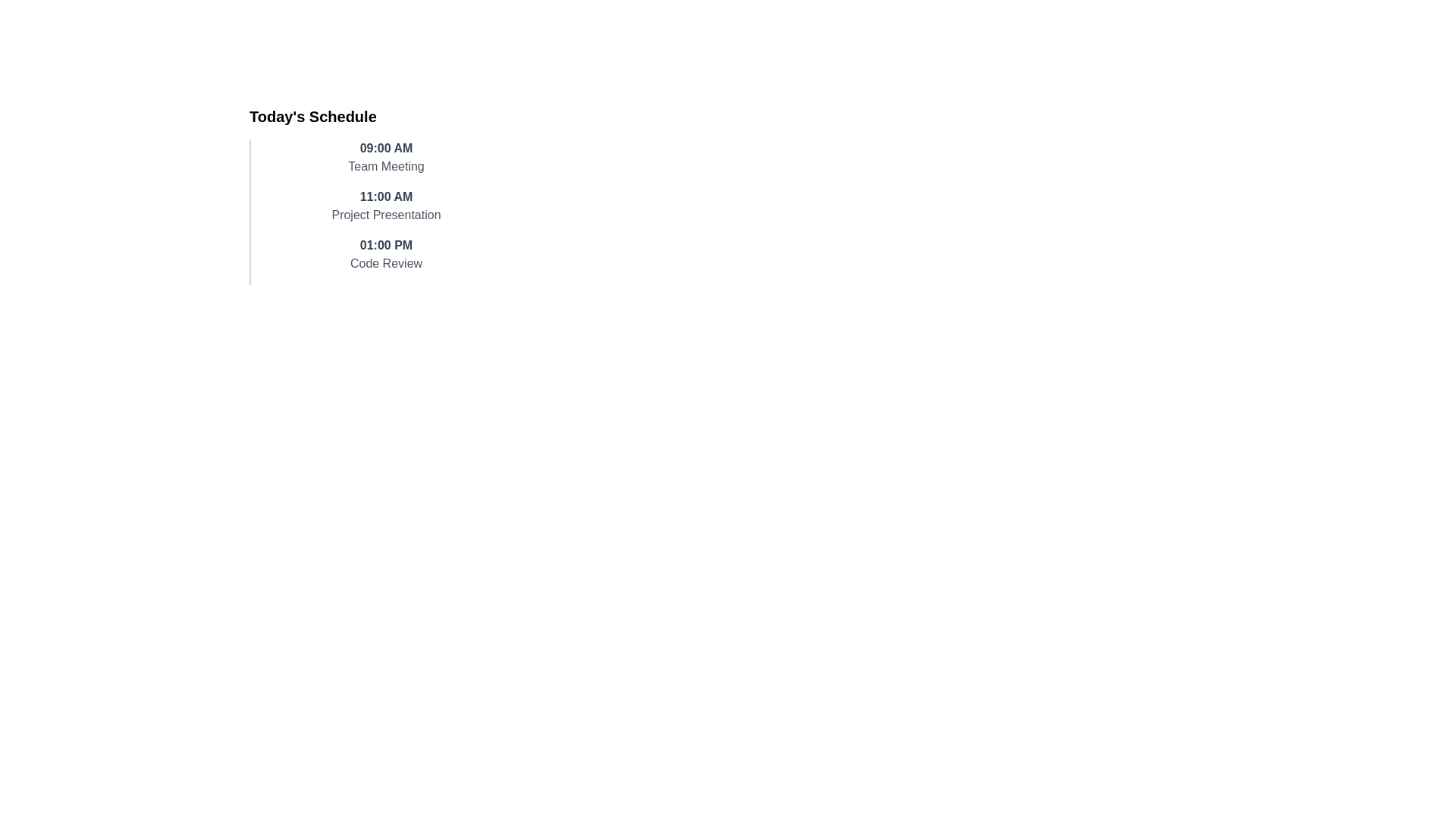 The image size is (1456, 819). Describe the element at coordinates (386, 206) in the screenshot. I see `the text block that displays the time '11:00 AM' and the event title 'Project Presentation', which is the second appointment entry in the schedule` at that location.